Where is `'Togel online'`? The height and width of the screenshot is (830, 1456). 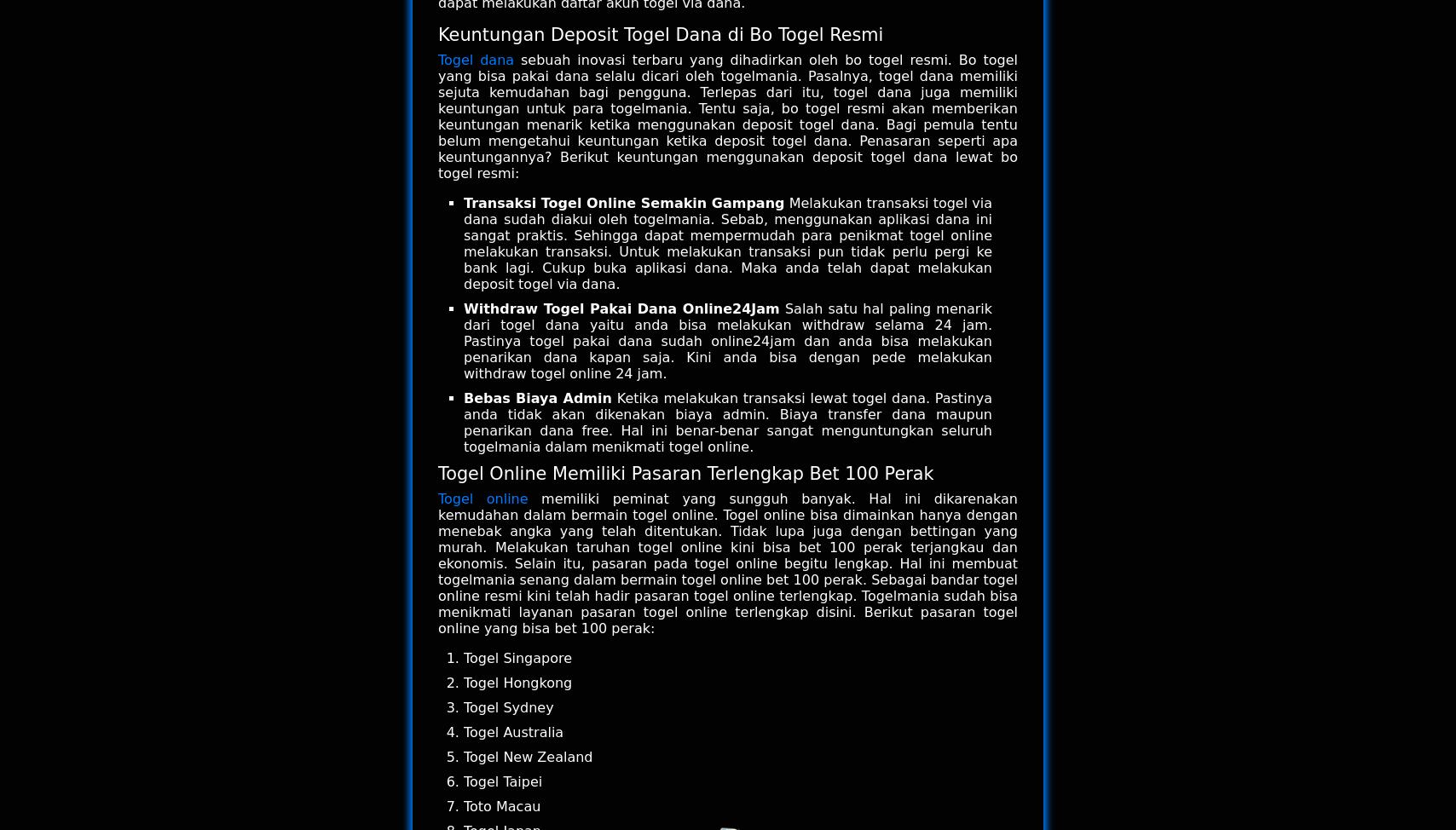 'Togel online' is located at coordinates (482, 498).